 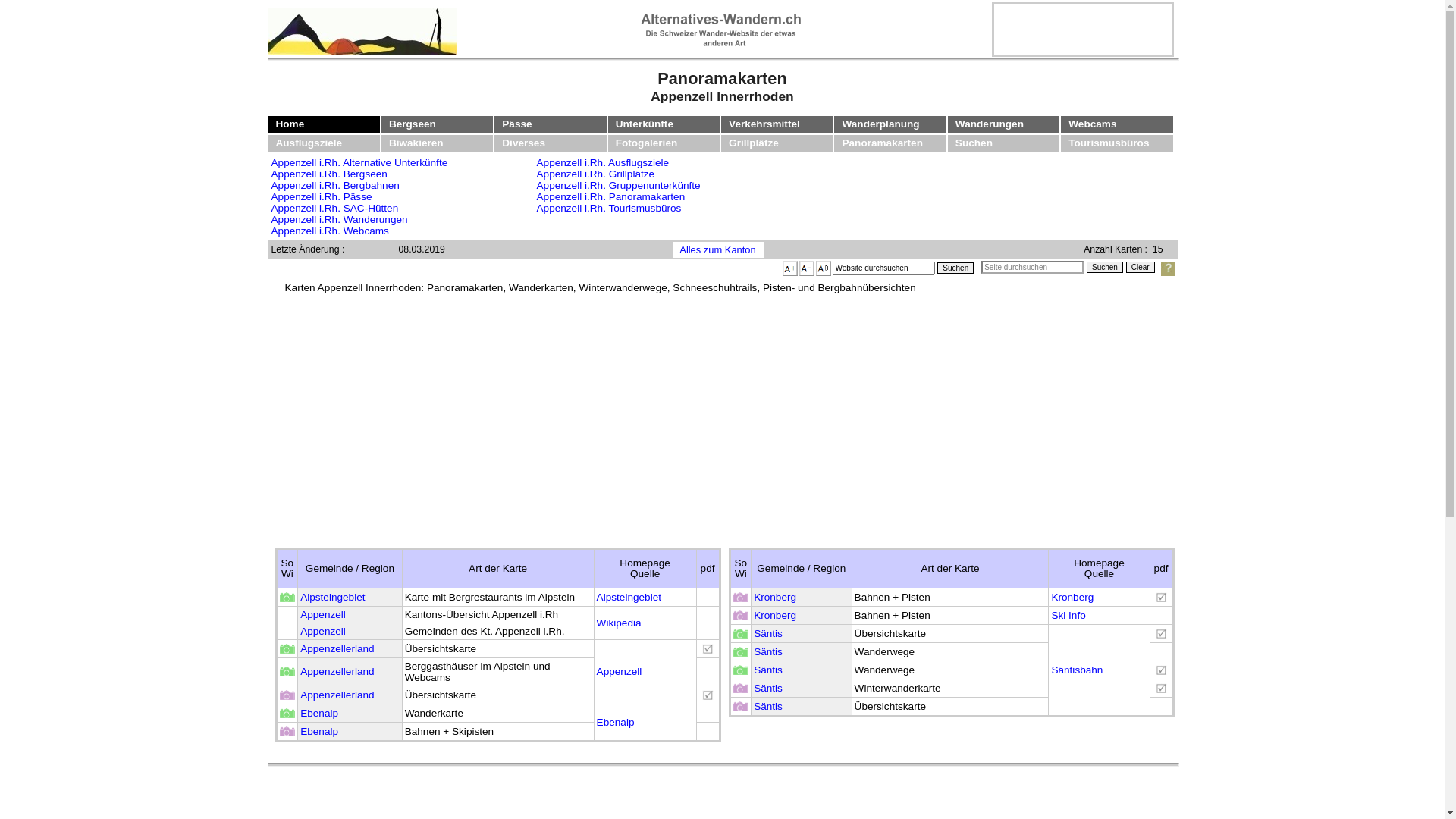 What do you see at coordinates (318, 730) in the screenshot?
I see `'Ebenalp'` at bounding box center [318, 730].